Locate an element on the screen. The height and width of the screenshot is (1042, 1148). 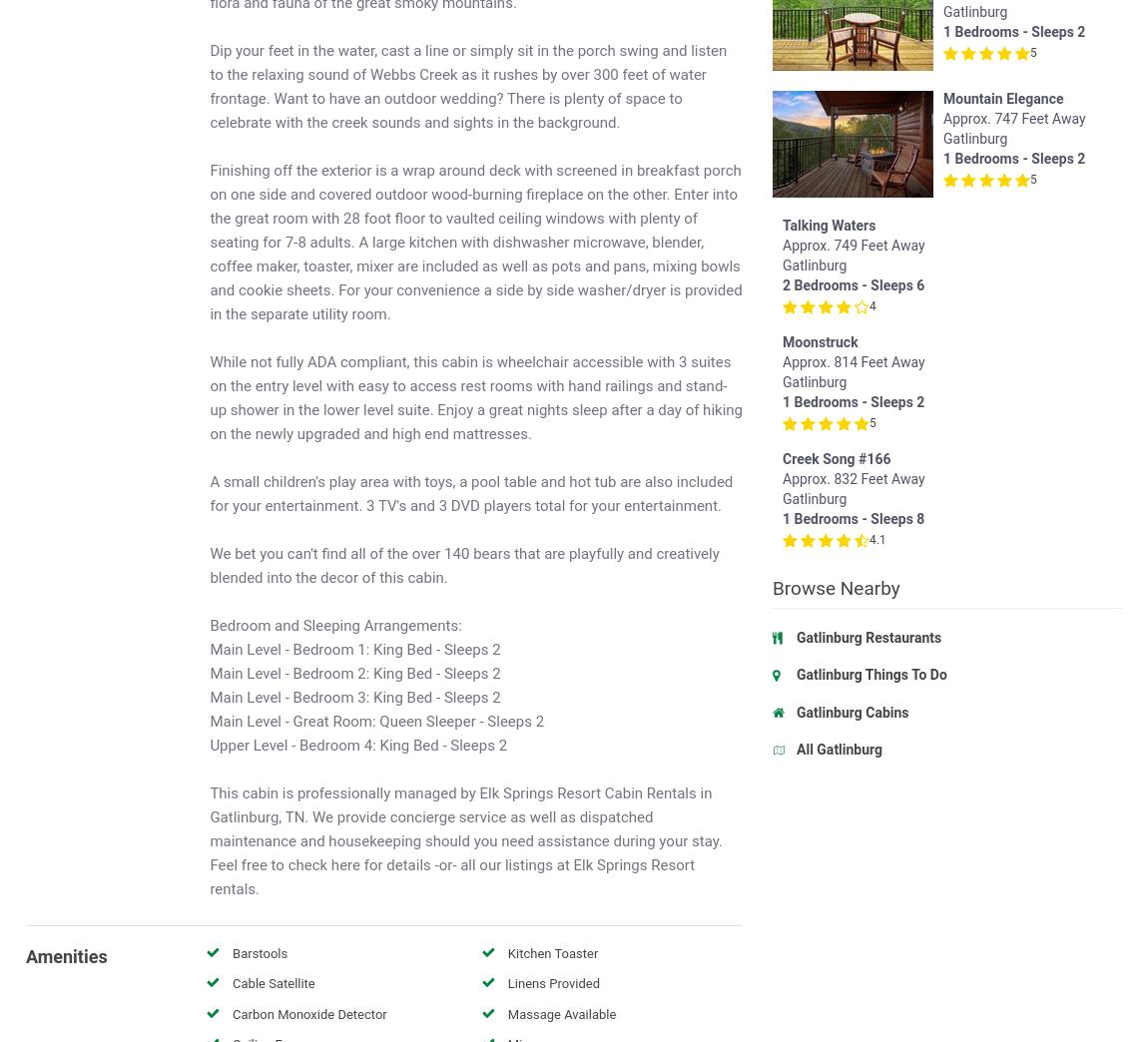
'Moonstruck' is located at coordinates (980, 351).